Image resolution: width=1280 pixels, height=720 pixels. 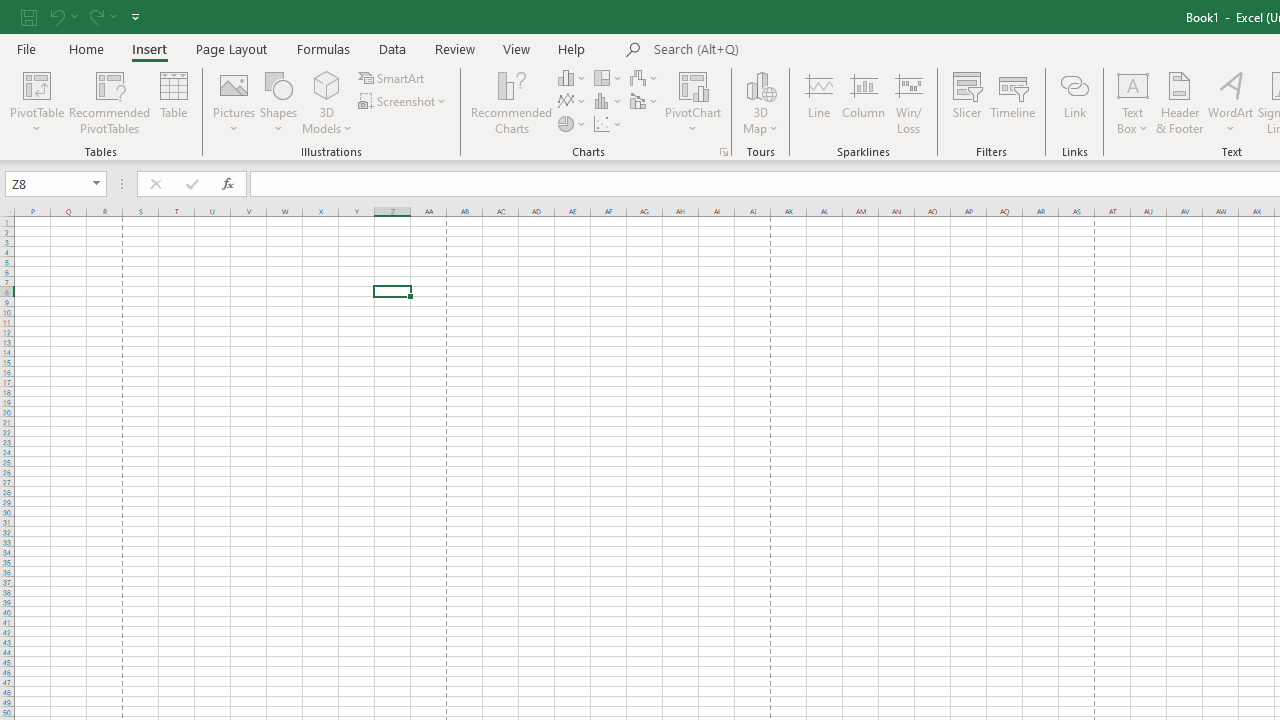 I want to click on 'Insert Pie or Doughnut Chart', so click(x=572, y=124).